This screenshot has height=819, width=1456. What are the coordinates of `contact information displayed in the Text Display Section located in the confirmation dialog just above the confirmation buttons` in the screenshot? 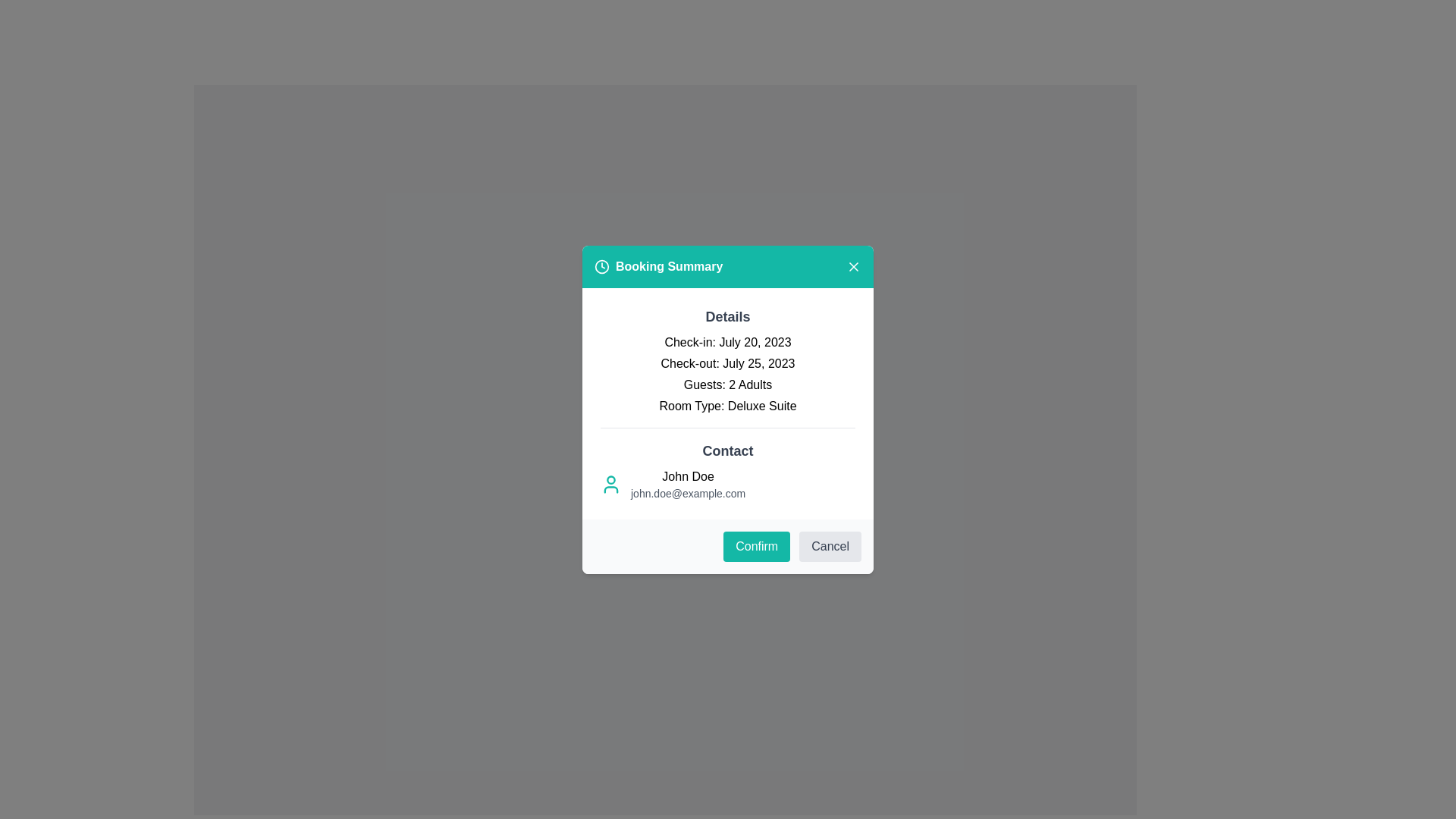 It's located at (728, 463).